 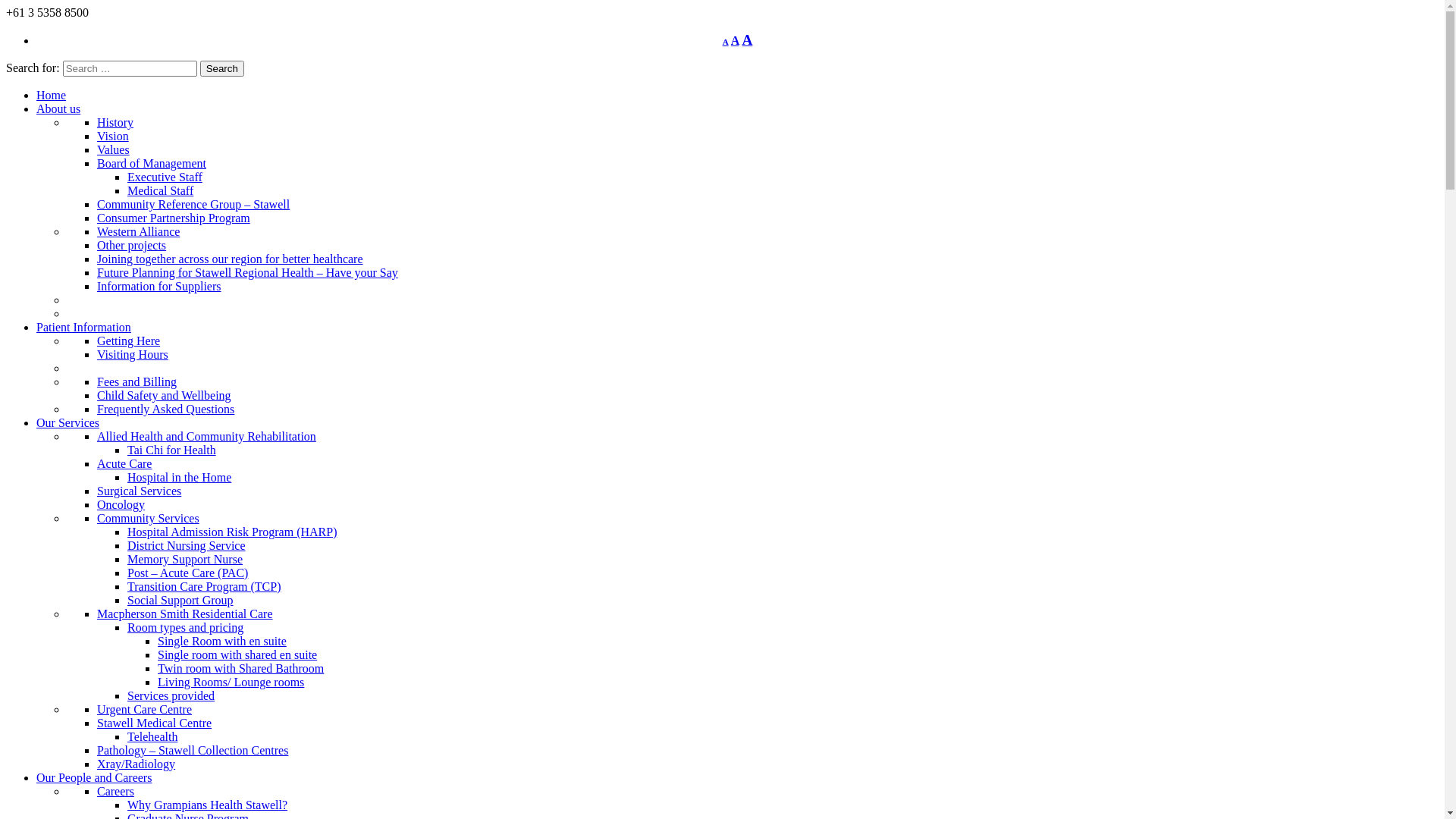 What do you see at coordinates (115, 121) in the screenshot?
I see `'History'` at bounding box center [115, 121].